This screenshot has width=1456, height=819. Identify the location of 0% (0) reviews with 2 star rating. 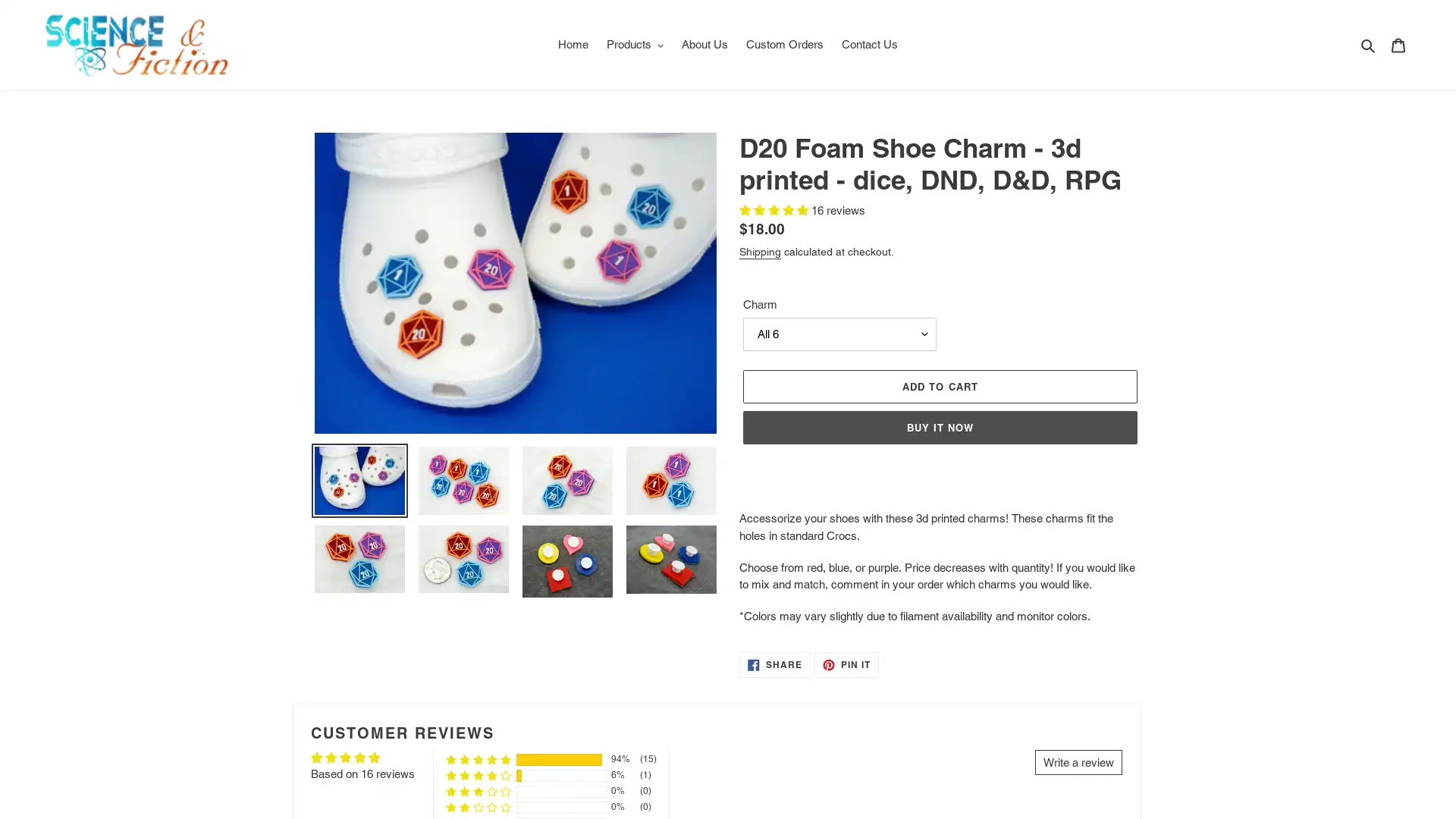
(477, 806).